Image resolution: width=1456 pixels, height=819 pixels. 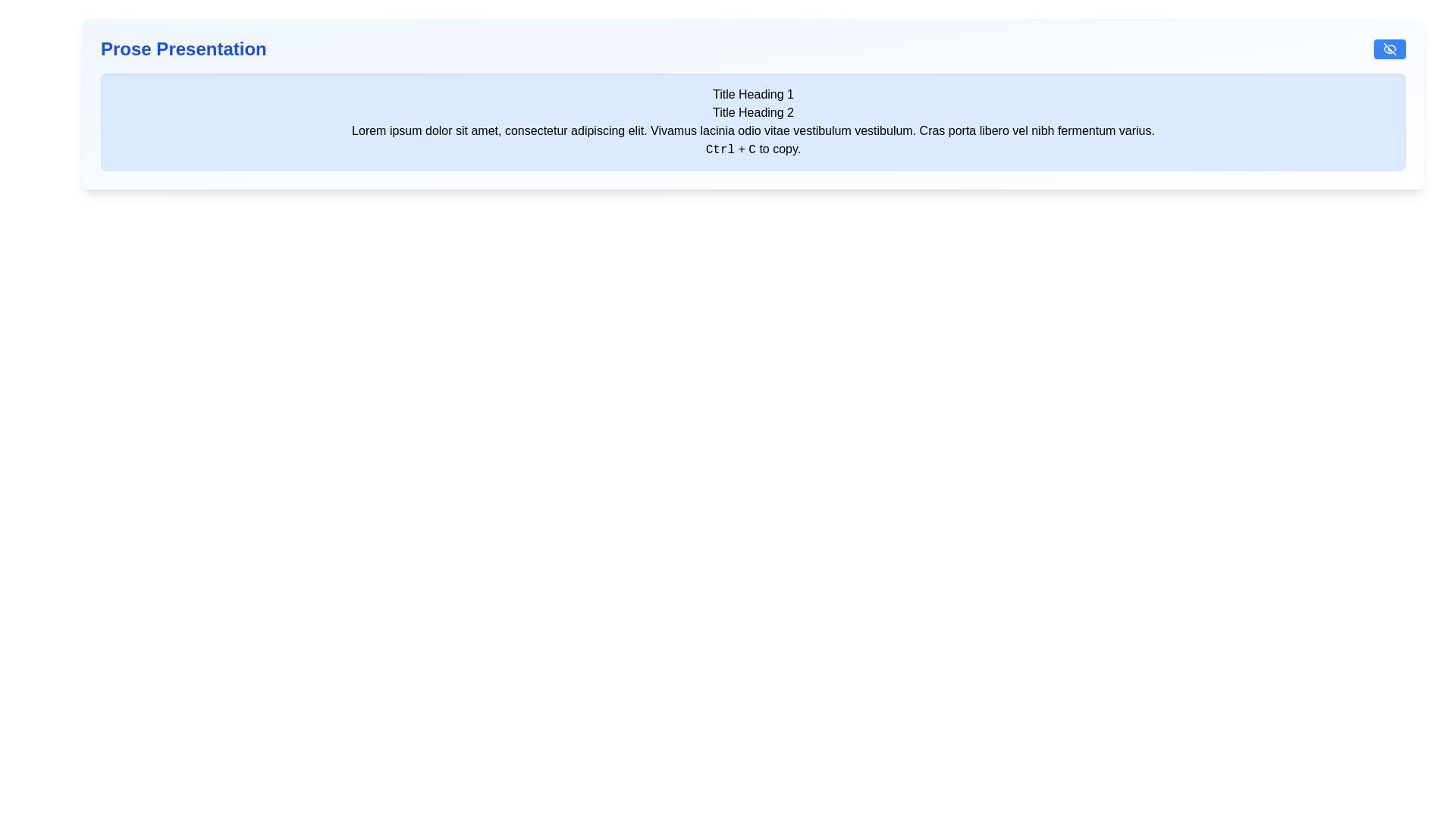 I want to click on the text heading labeled 'Prose Presentation', which is styled in bold and blue color, located at the top-left corner of the page, so click(x=183, y=49).